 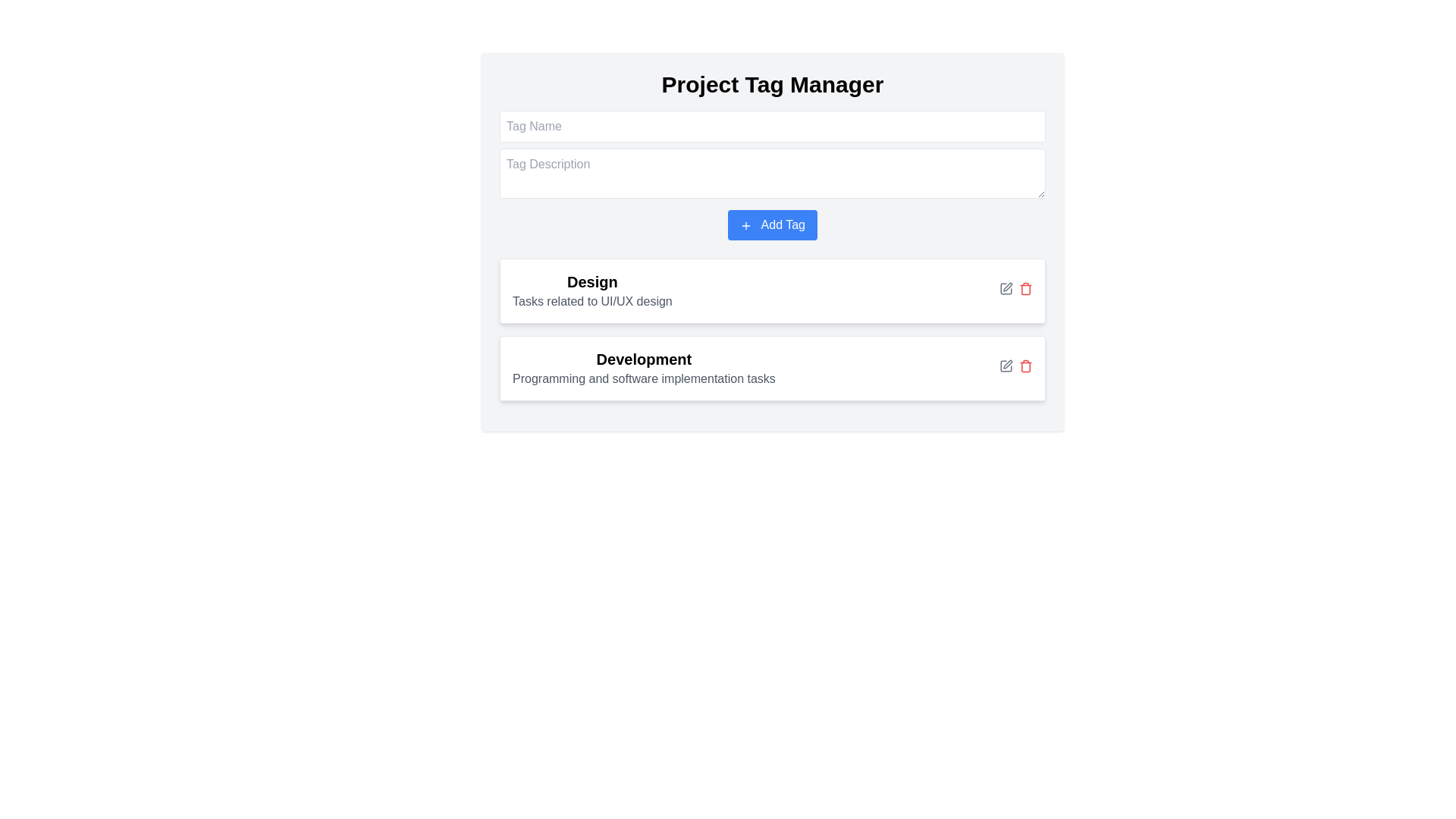 What do you see at coordinates (1026, 366) in the screenshot?
I see `the red trash bin icon button, which is located at the far right of the second list item` at bounding box center [1026, 366].